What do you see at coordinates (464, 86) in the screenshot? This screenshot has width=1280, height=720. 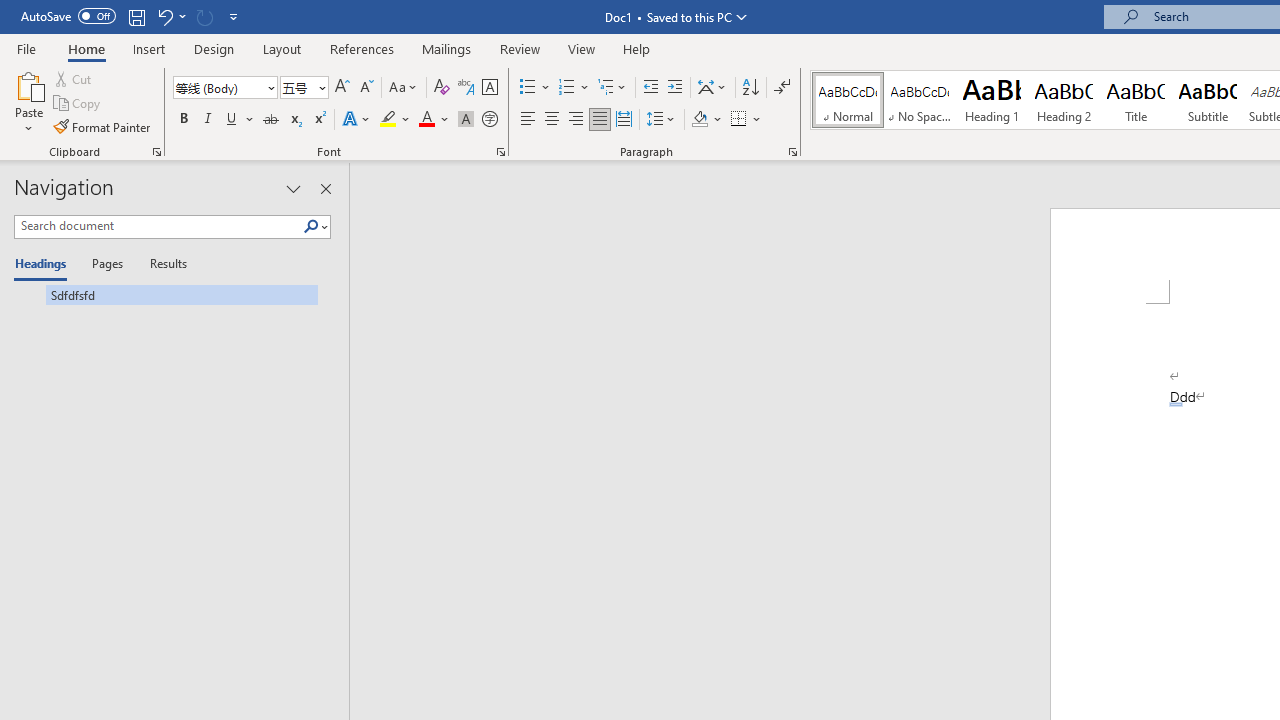 I see `'Phonetic Guide...'` at bounding box center [464, 86].